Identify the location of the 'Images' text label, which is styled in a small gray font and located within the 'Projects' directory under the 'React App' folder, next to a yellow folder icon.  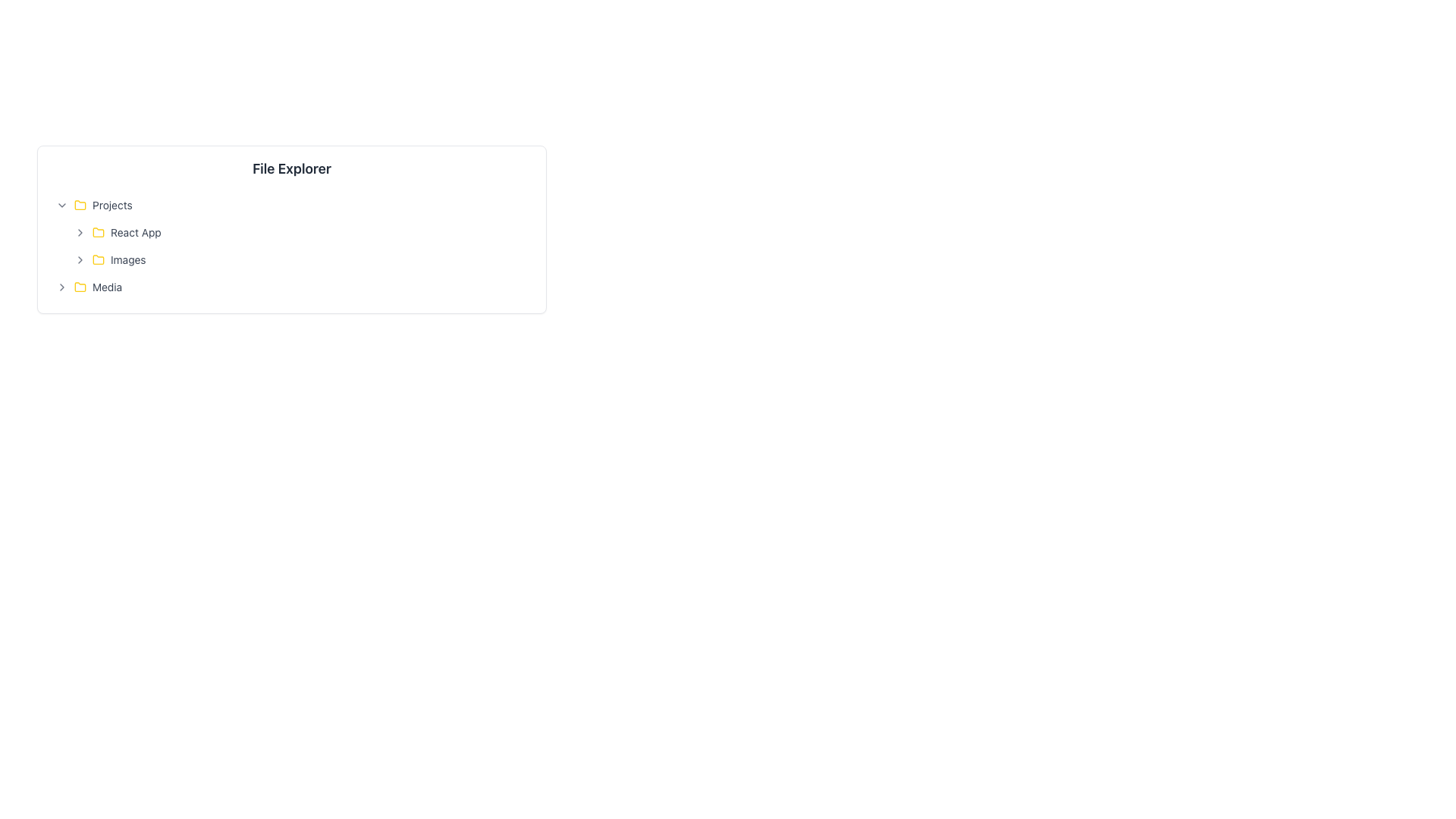
(128, 259).